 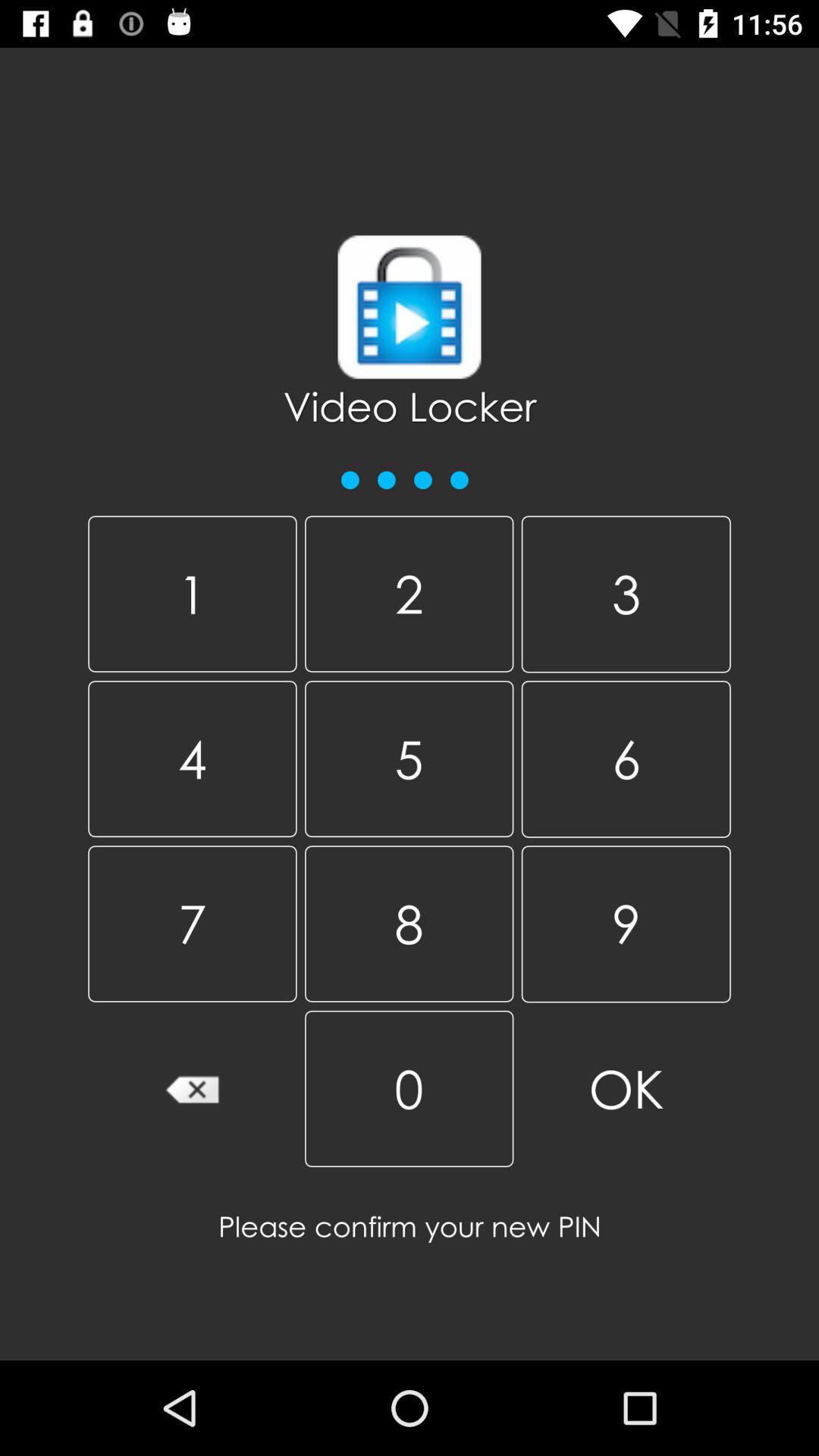 What do you see at coordinates (408, 758) in the screenshot?
I see `the 5 icon` at bounding box center [408, 758].